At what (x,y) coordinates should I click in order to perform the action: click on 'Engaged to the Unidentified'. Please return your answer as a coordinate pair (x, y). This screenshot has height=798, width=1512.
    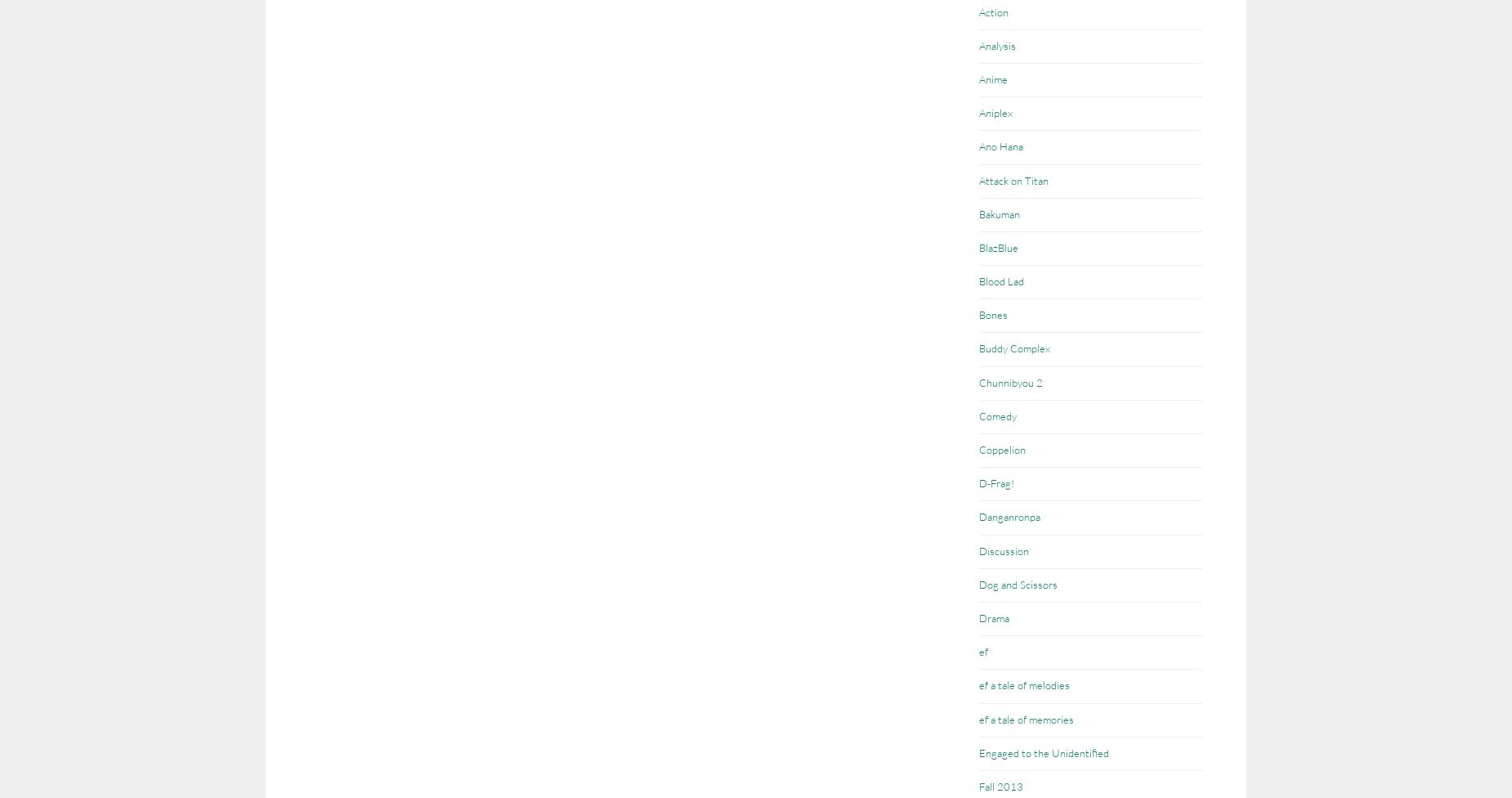
    Looking at the image, I should click on (1043, 751).